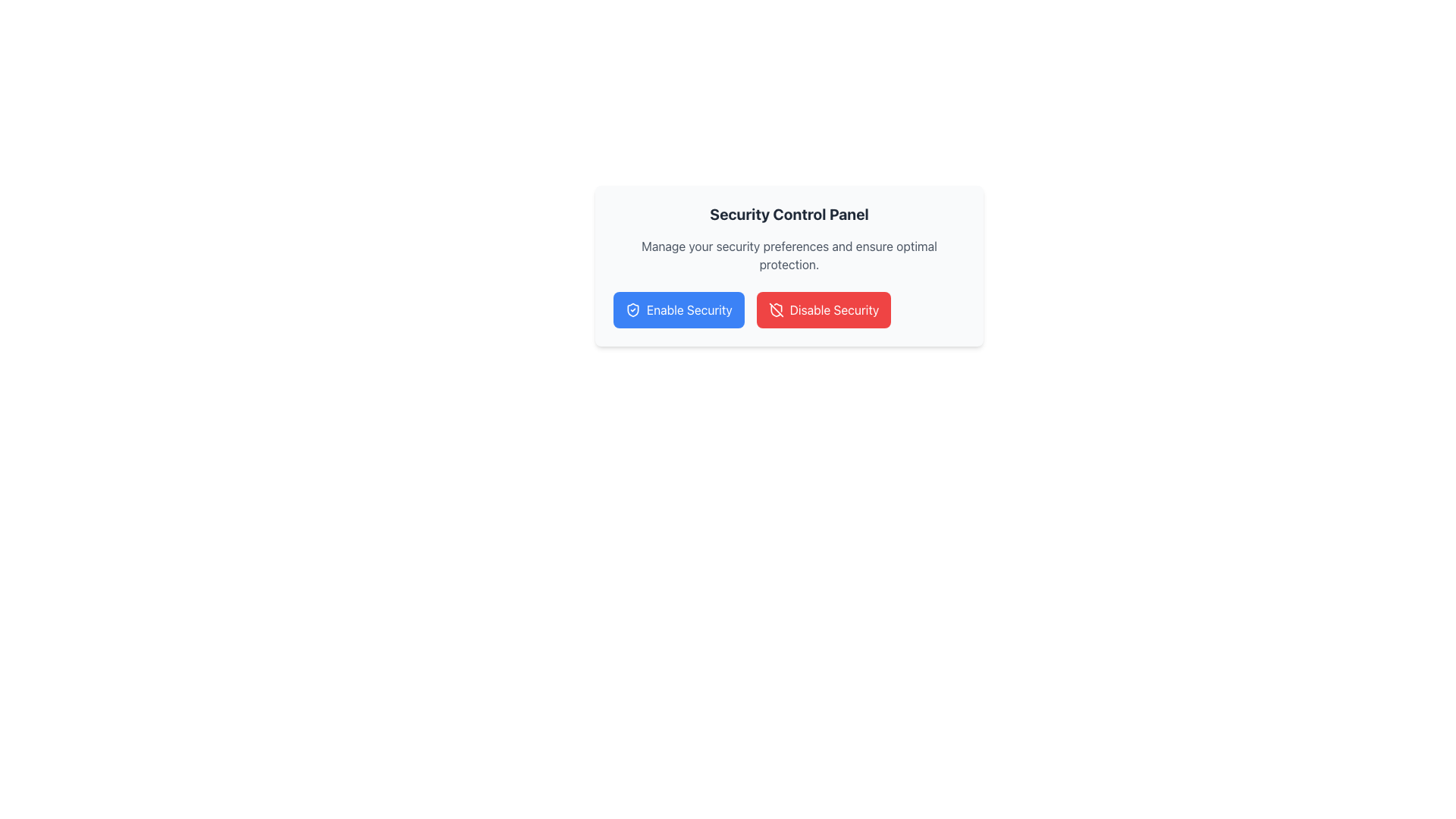 This screenshot has height=819, width=1456. I want to click on the shield icon with a checkmark inside, which is located next to the 'Enable Security' button, so click(633, 309).